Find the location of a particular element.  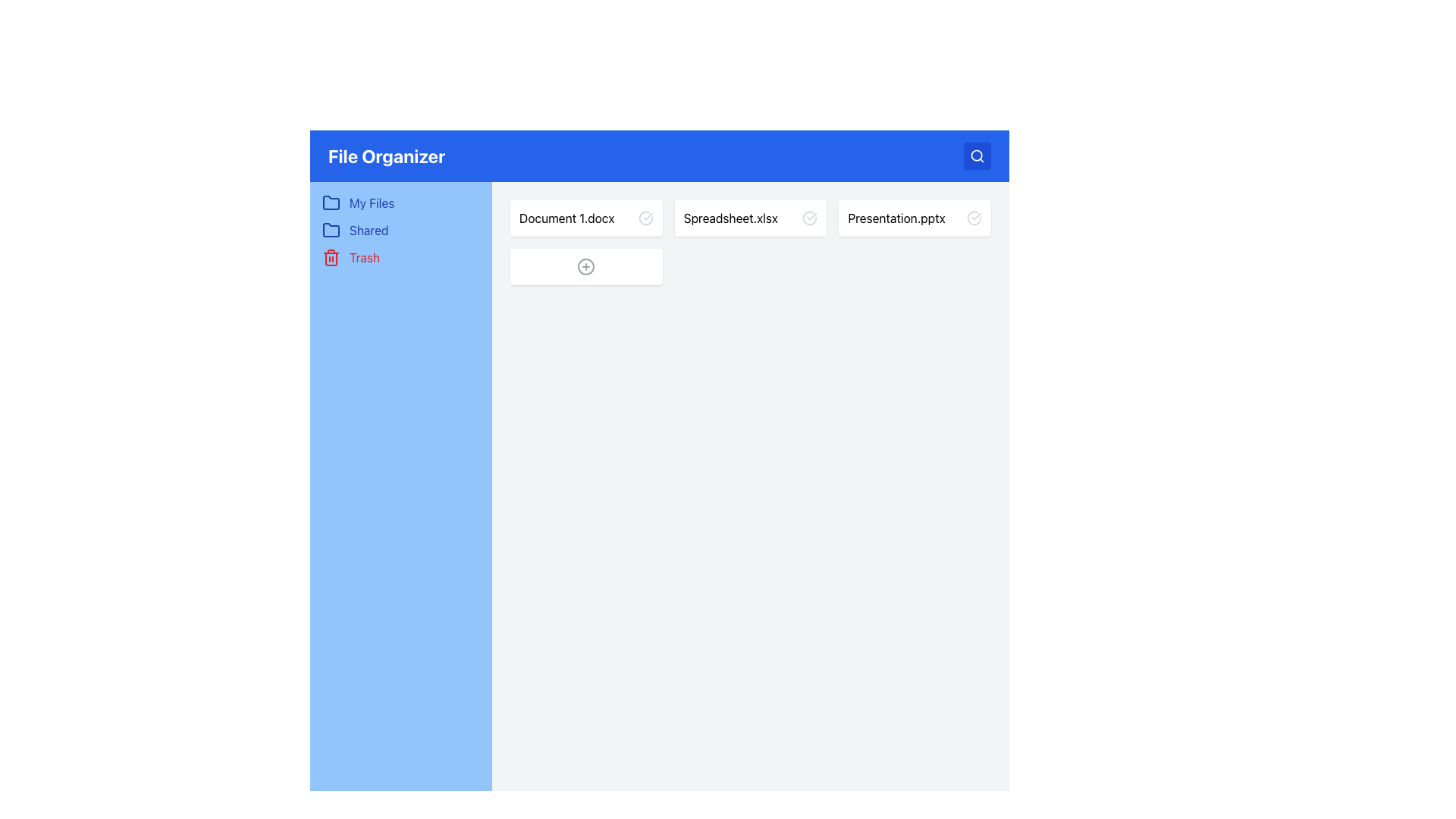

the search trigger button located at the far right side of the header, adjacent to the title 'File Organizer' is located at coordinates (977, 155).